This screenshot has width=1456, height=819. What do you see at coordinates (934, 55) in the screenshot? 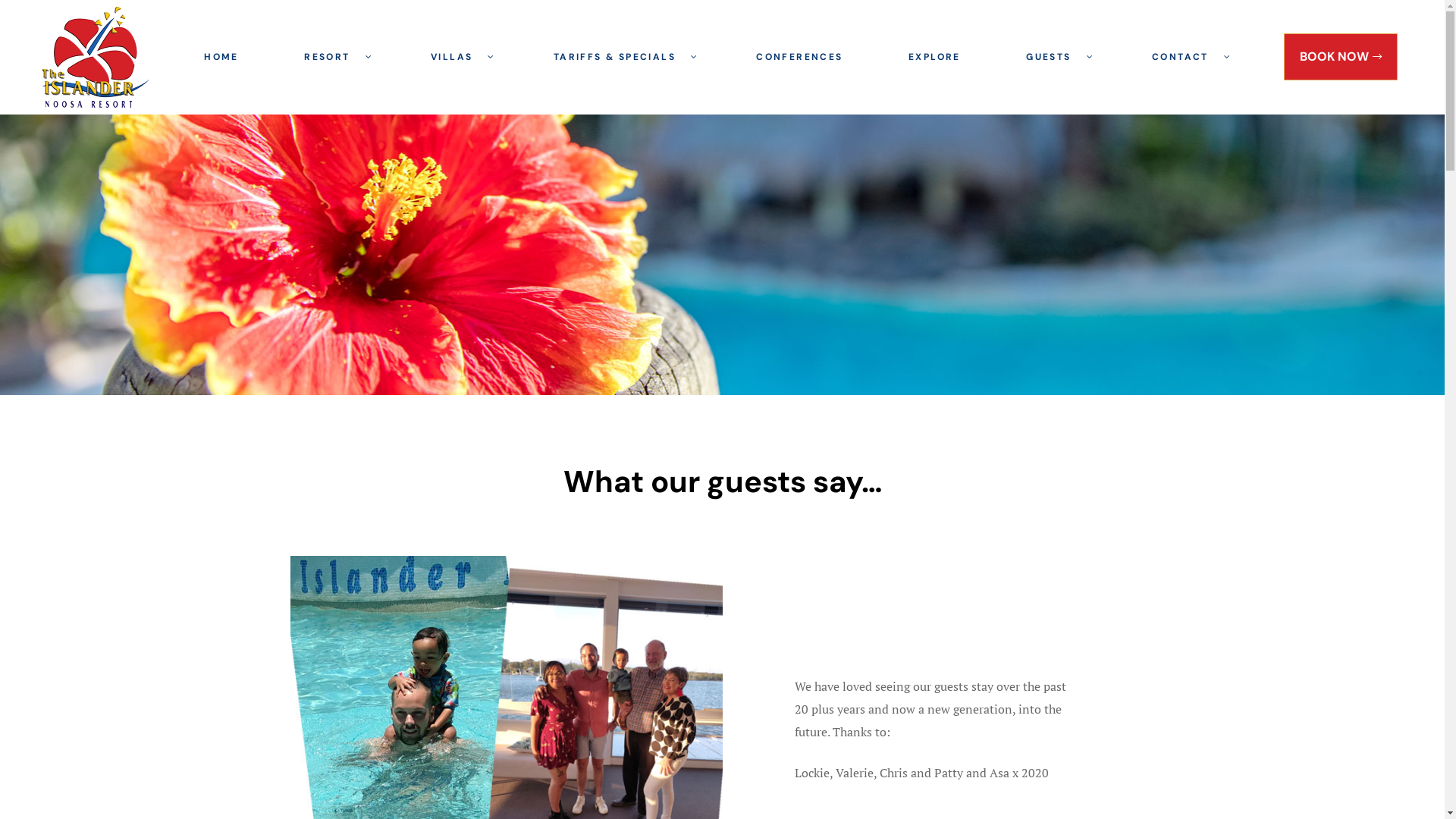
I see `'EXPLORE'` at bounding box center [934, 55].